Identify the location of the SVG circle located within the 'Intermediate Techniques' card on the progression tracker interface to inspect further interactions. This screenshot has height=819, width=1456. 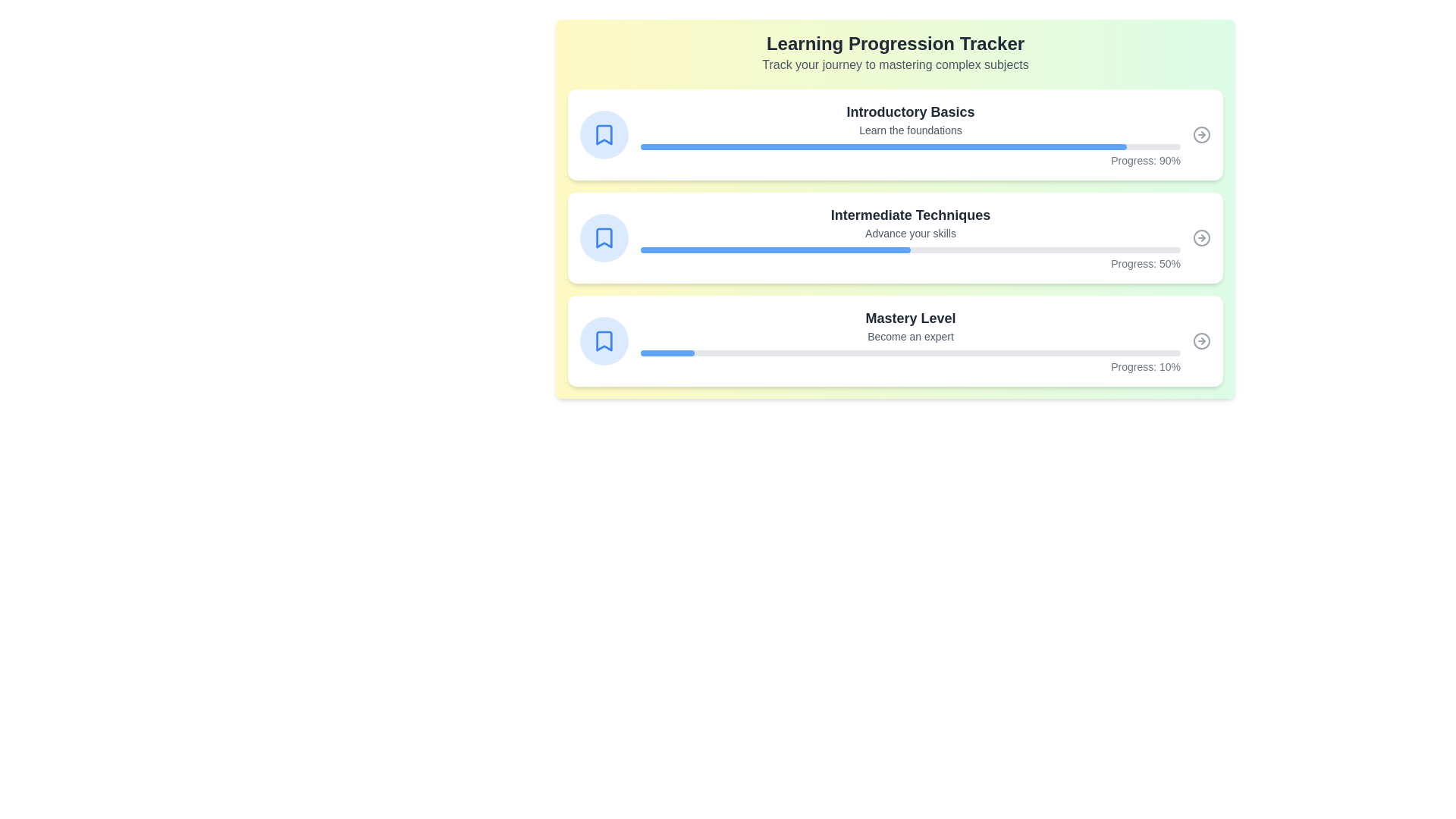
(1200, 237).